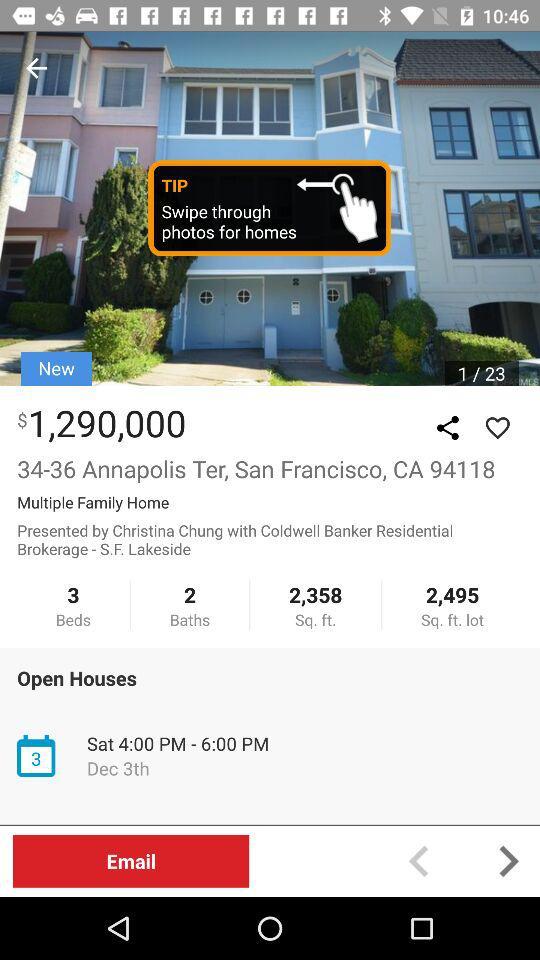 This screenshot has width=540, height=960. I want to click on previous, so click(36, 68).